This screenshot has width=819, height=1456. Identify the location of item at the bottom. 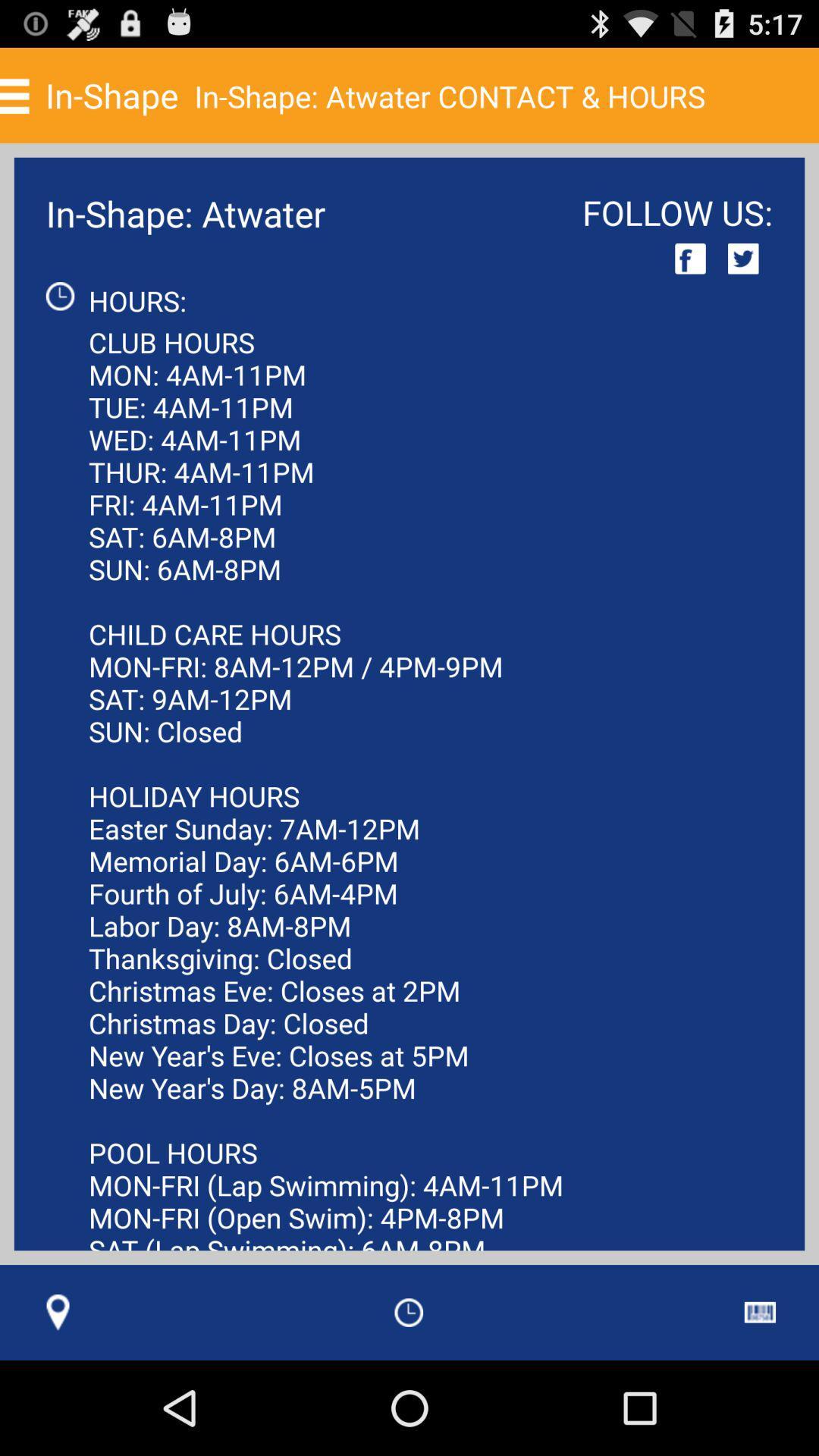
(408, 1312).